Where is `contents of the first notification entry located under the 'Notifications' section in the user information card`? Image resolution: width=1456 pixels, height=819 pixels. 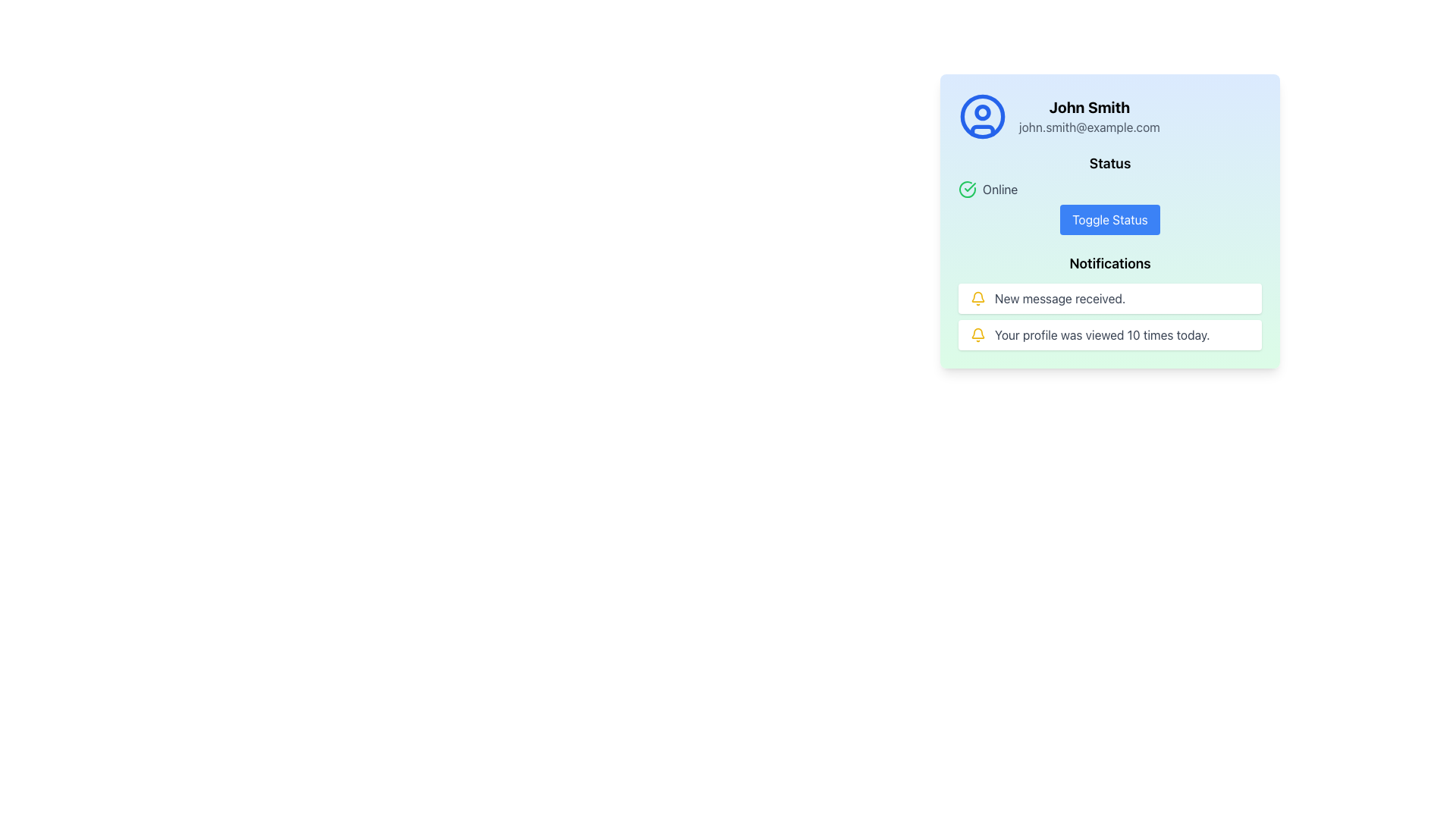 contents of the first notification entry located under the 'Notifications' section in the user information card is located at coordinates (1110, 301).